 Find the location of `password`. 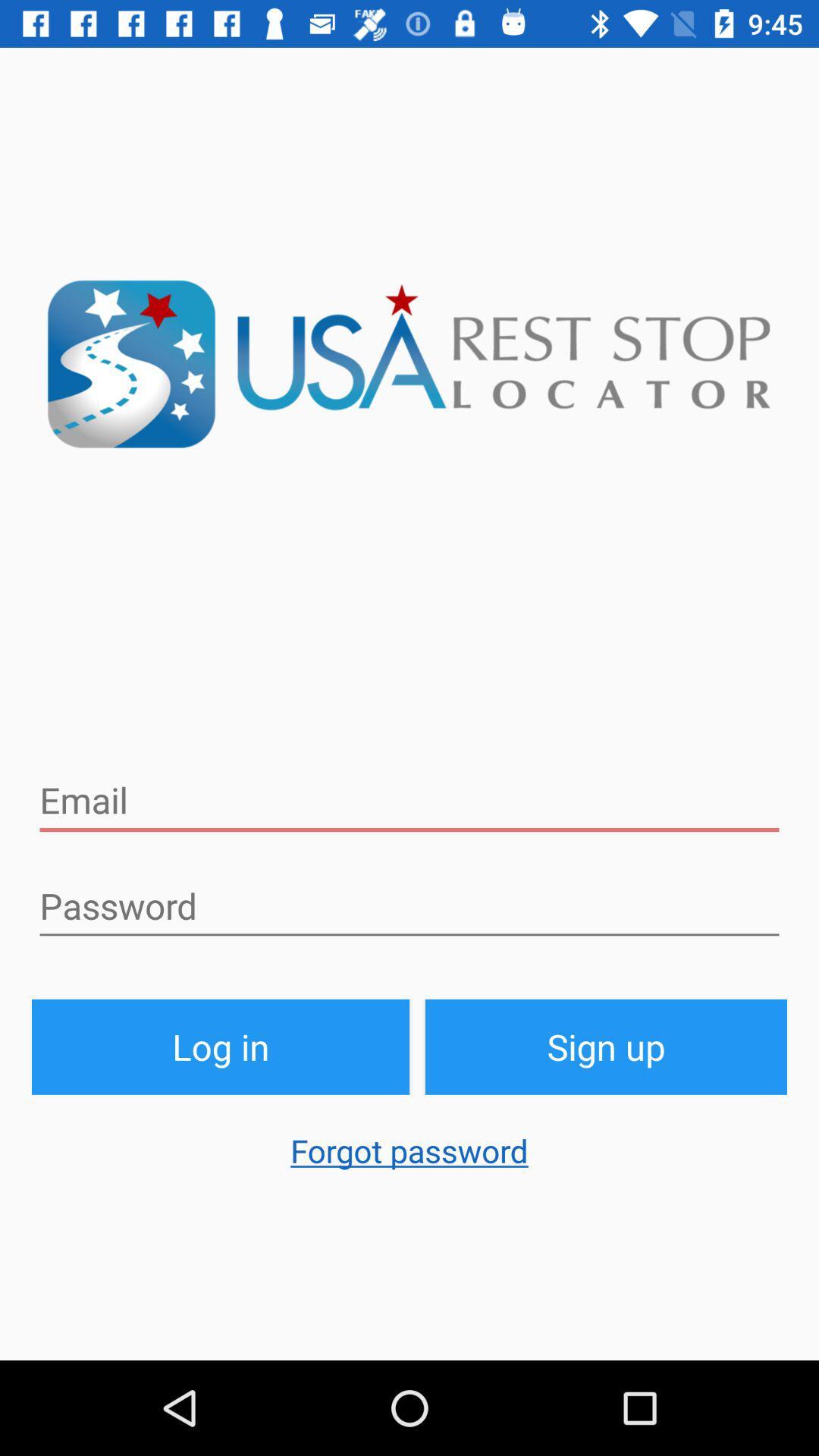

password is located at coordinates (409, 906).